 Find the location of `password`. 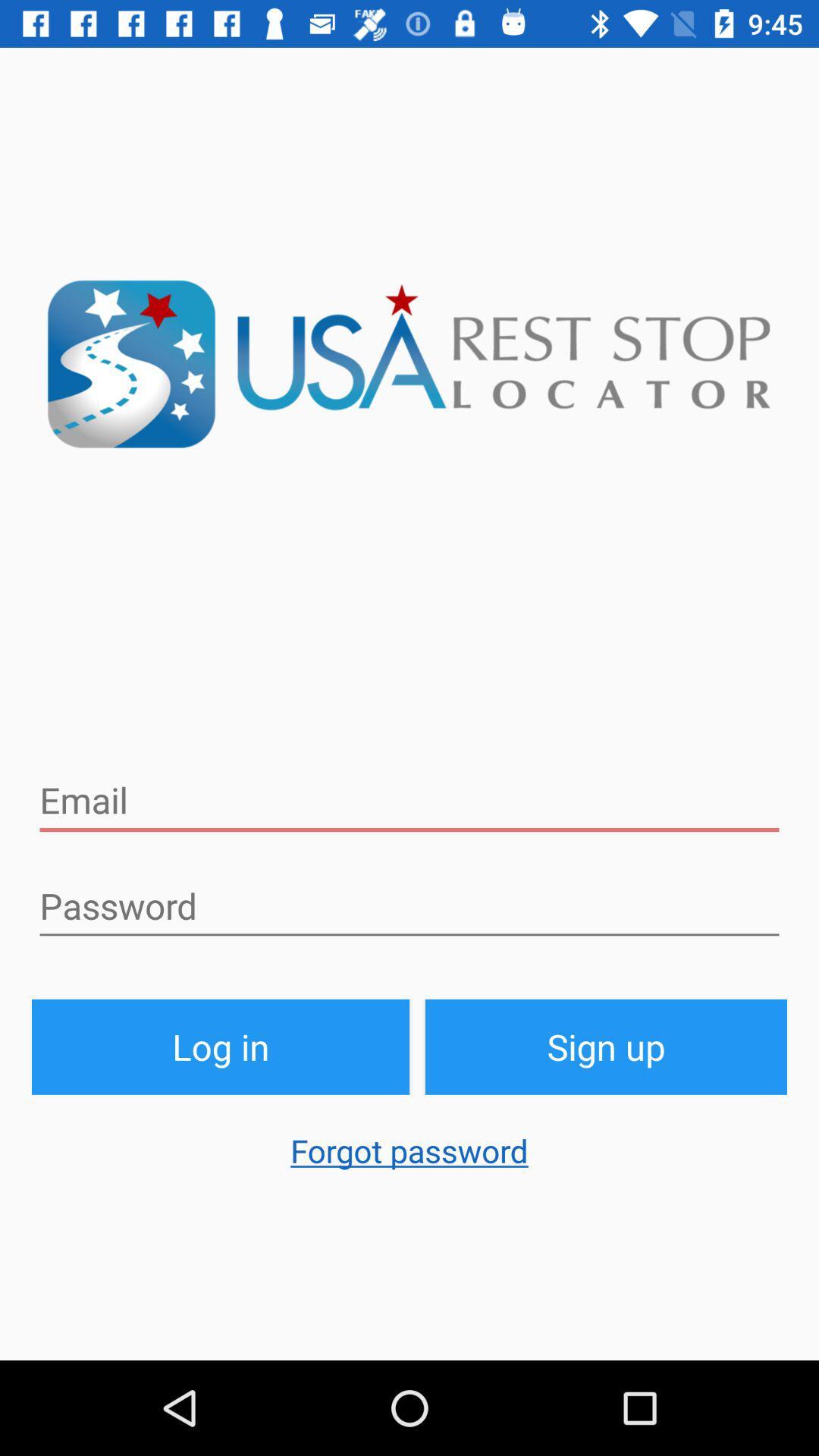

password is located at coordinates (409, 906).